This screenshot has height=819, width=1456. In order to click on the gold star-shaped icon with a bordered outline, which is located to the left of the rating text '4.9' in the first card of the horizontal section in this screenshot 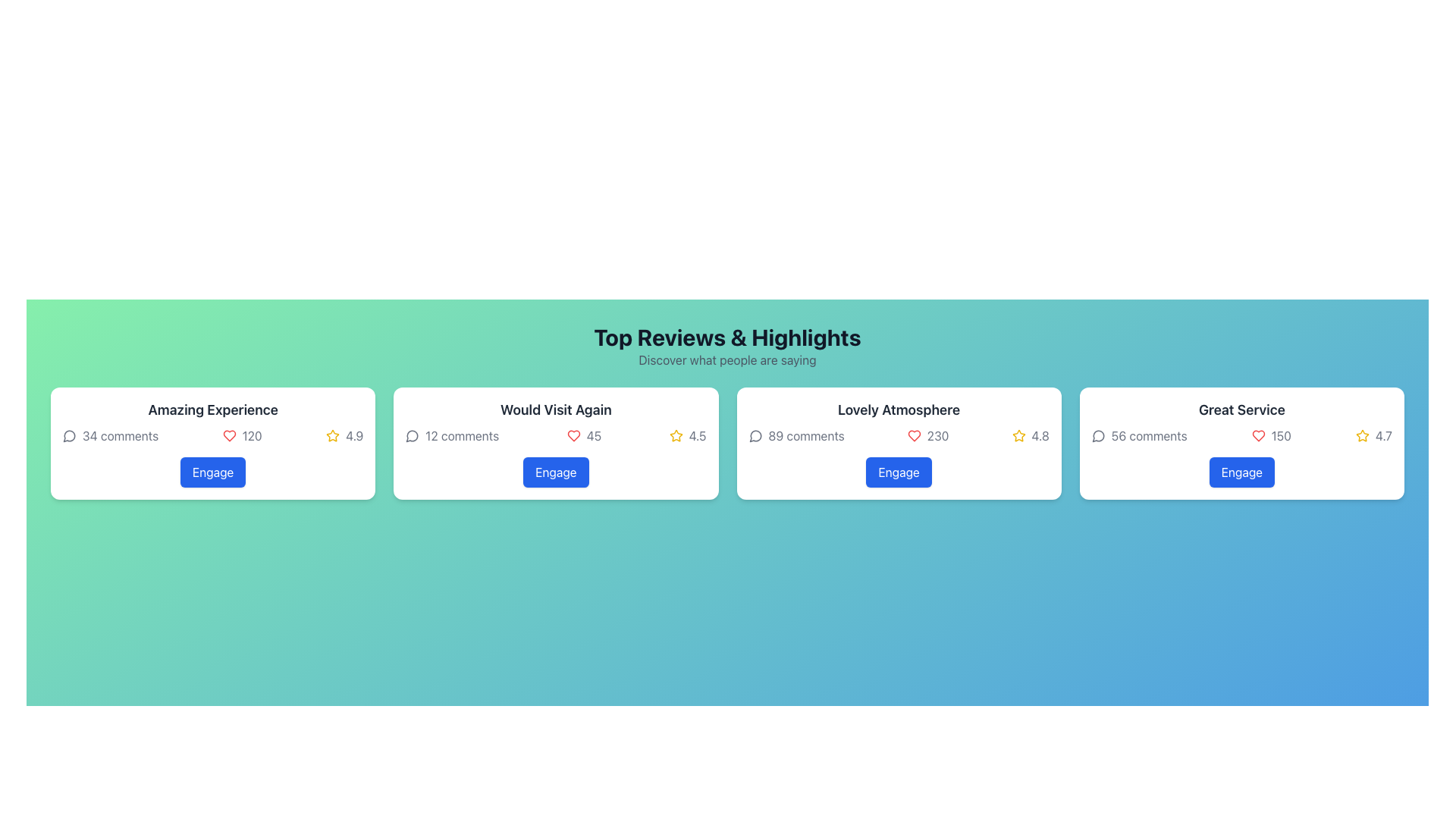, I will do `click(332, 435)`.